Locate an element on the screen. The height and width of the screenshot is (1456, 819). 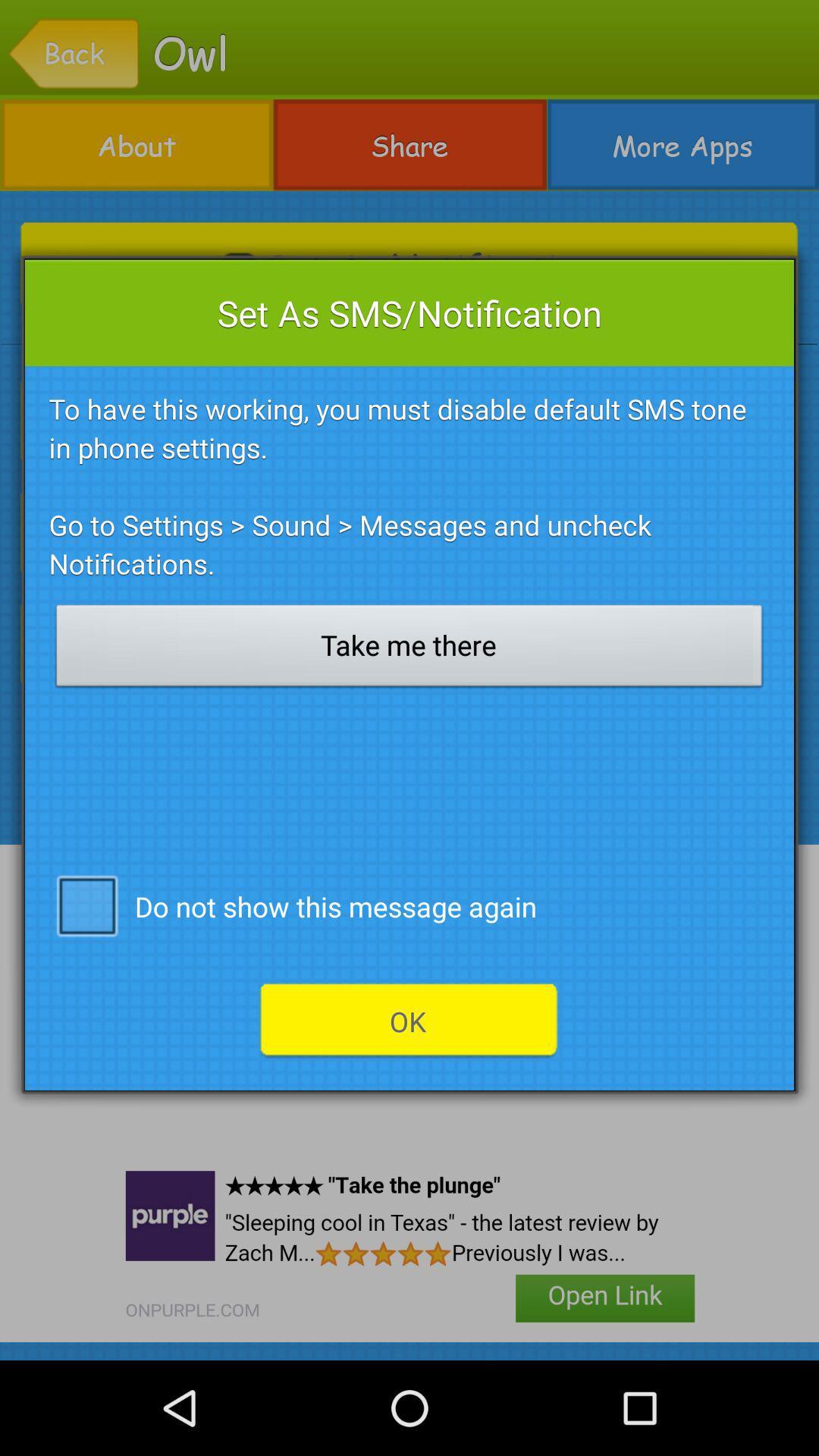
the ok icon is located at coordinates (408, 1021).